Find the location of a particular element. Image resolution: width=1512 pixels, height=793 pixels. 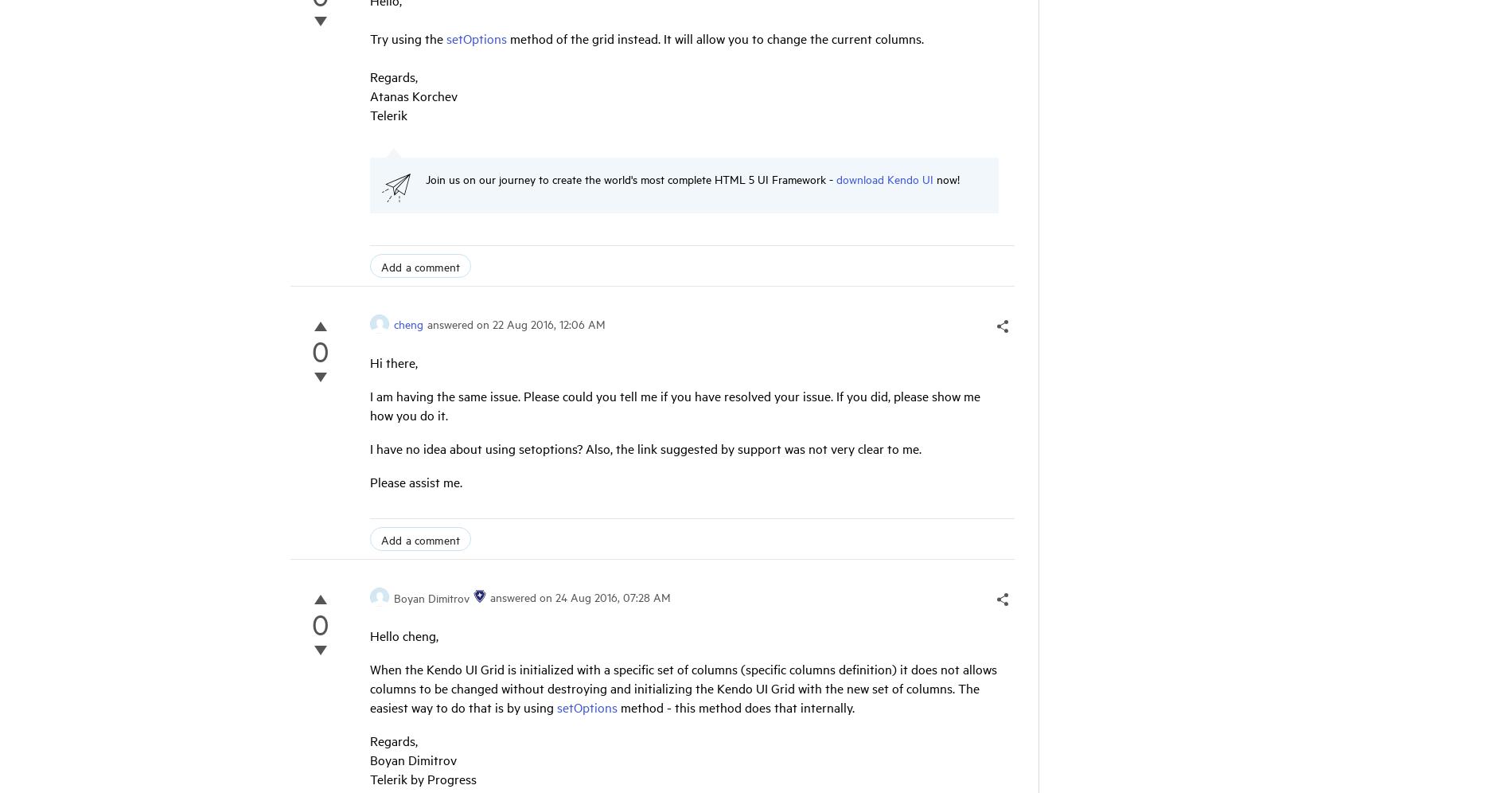

'now!' is located at coordinates (945, 178).